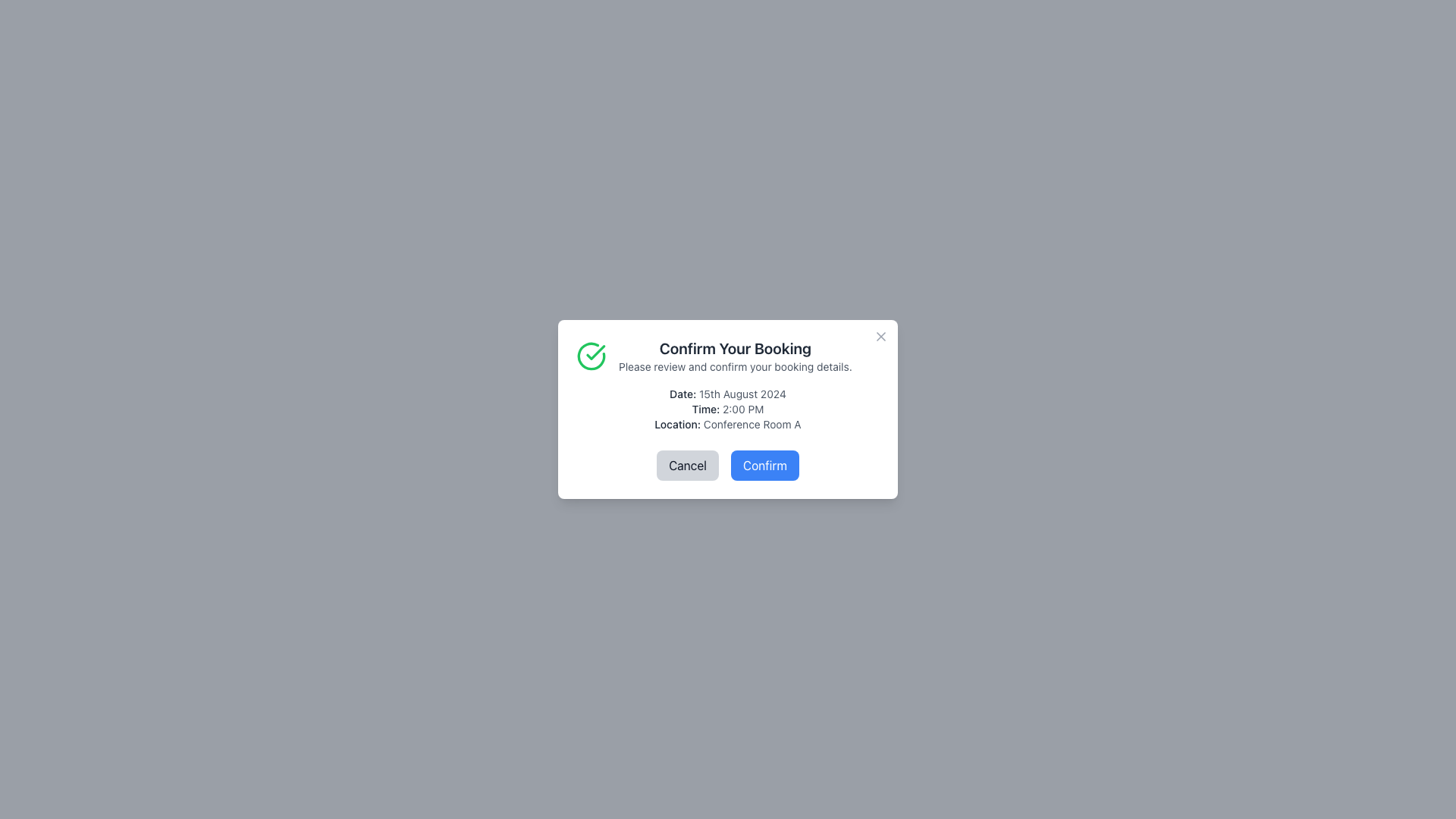 This screenshot has height=819, width=1456. I want to click on the 'Cancel' button with a gray background and white text located at the bottom section of the 'Confirm Your Booking' modal dialogue, so click(687, 464).